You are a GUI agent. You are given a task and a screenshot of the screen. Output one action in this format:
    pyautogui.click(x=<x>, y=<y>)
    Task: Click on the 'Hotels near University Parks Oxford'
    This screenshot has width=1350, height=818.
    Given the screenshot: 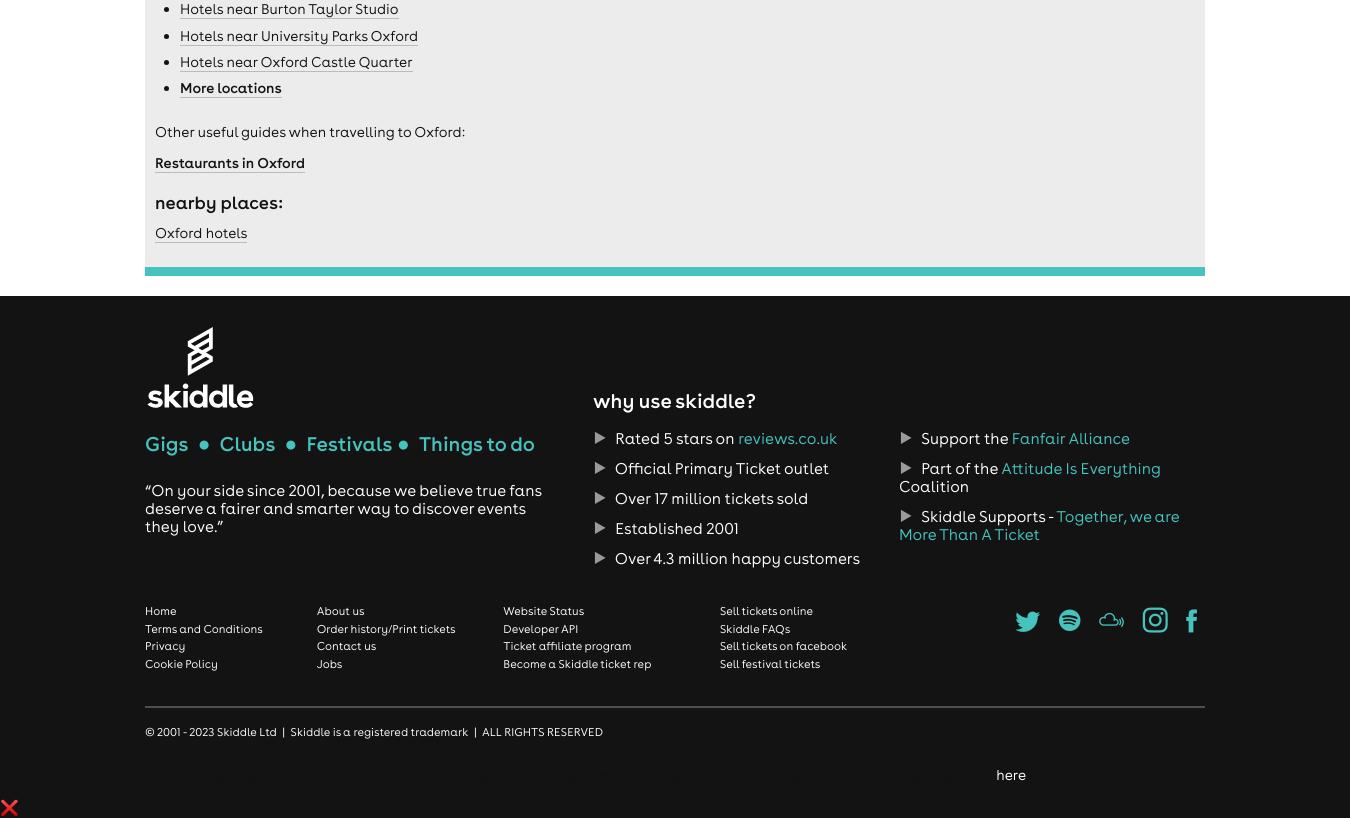 What is the action you would take?
    pyautogui.click(x=297, y=34)
    